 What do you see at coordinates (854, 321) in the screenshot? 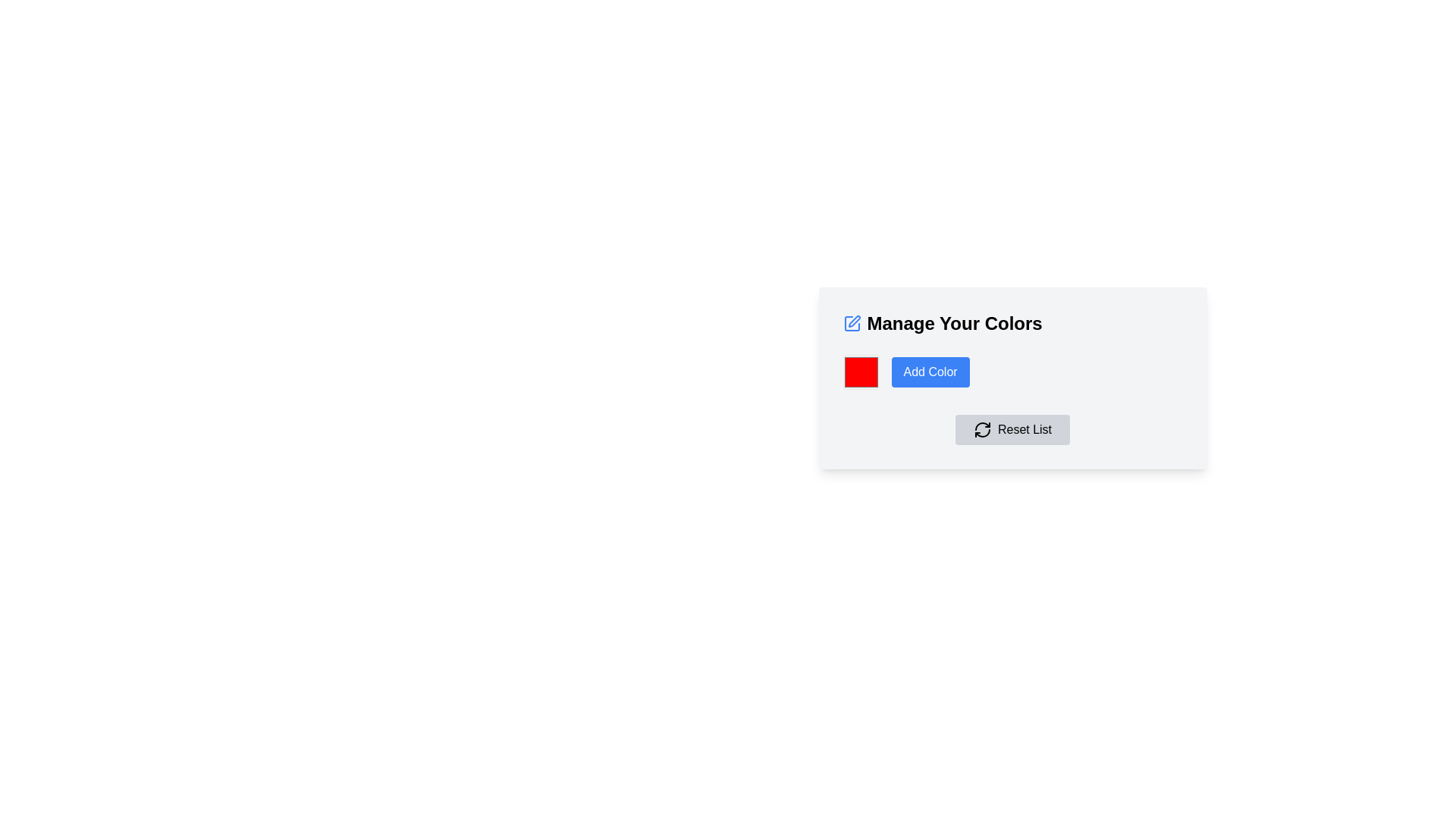
I see `the edit icon located in the upper-left portion of the 'Manage Your Colors' card, which serves as a visual indicator for modification features` at bounding box center [854, 321].